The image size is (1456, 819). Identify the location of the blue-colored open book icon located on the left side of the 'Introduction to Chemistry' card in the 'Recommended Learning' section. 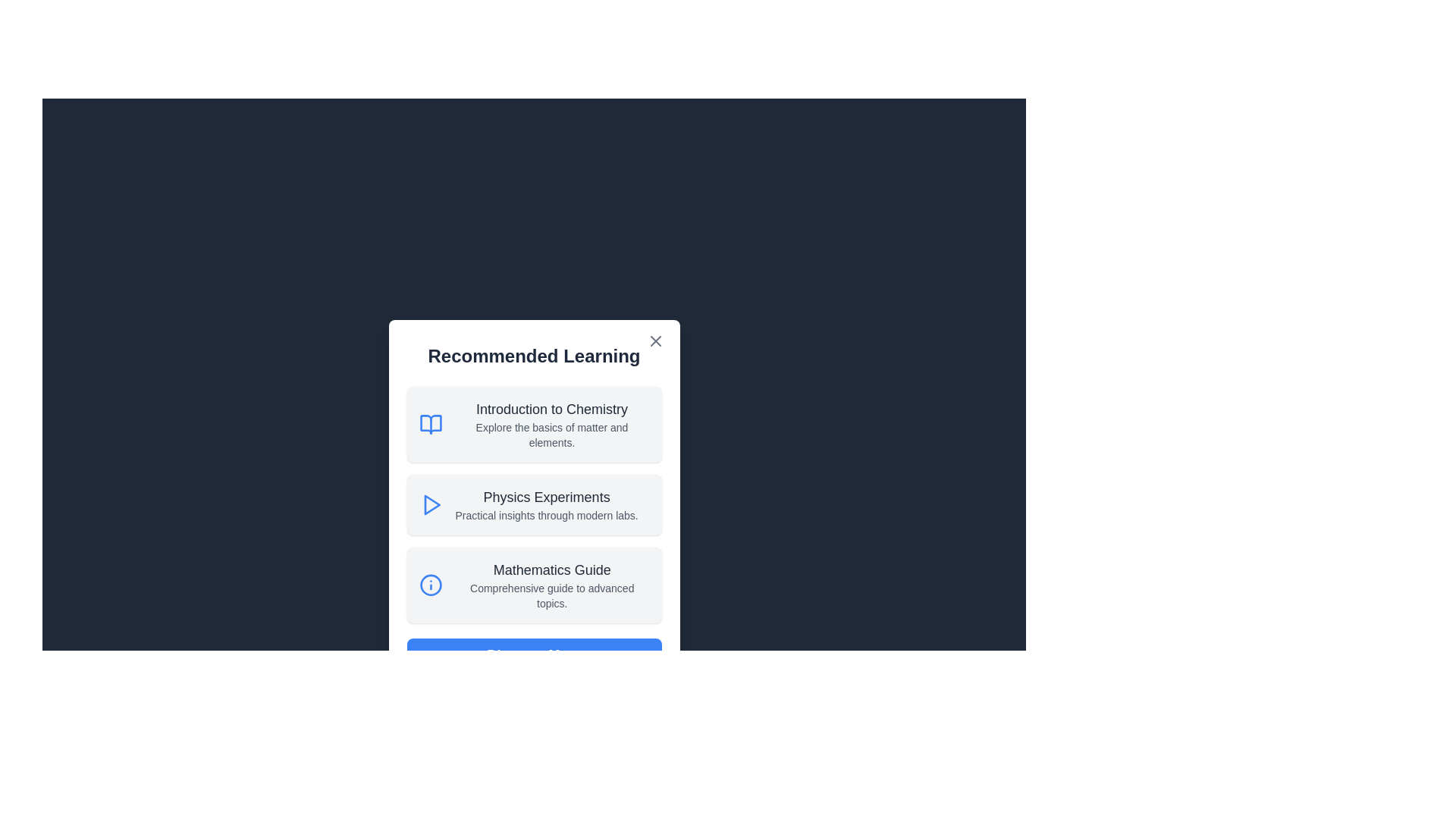
(429, 424).